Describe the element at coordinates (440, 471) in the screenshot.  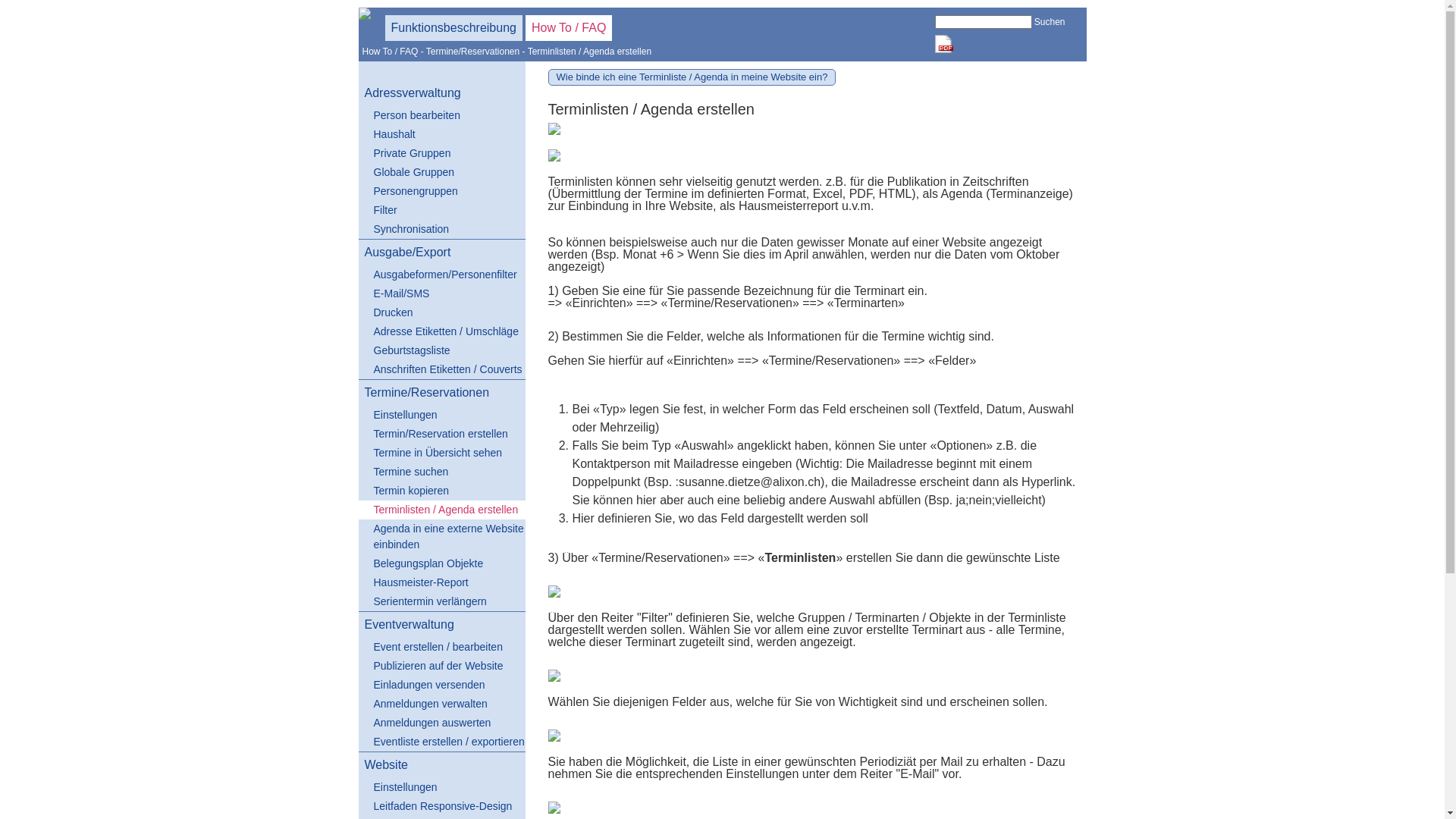
I see `'Termine suchen'` at that location.